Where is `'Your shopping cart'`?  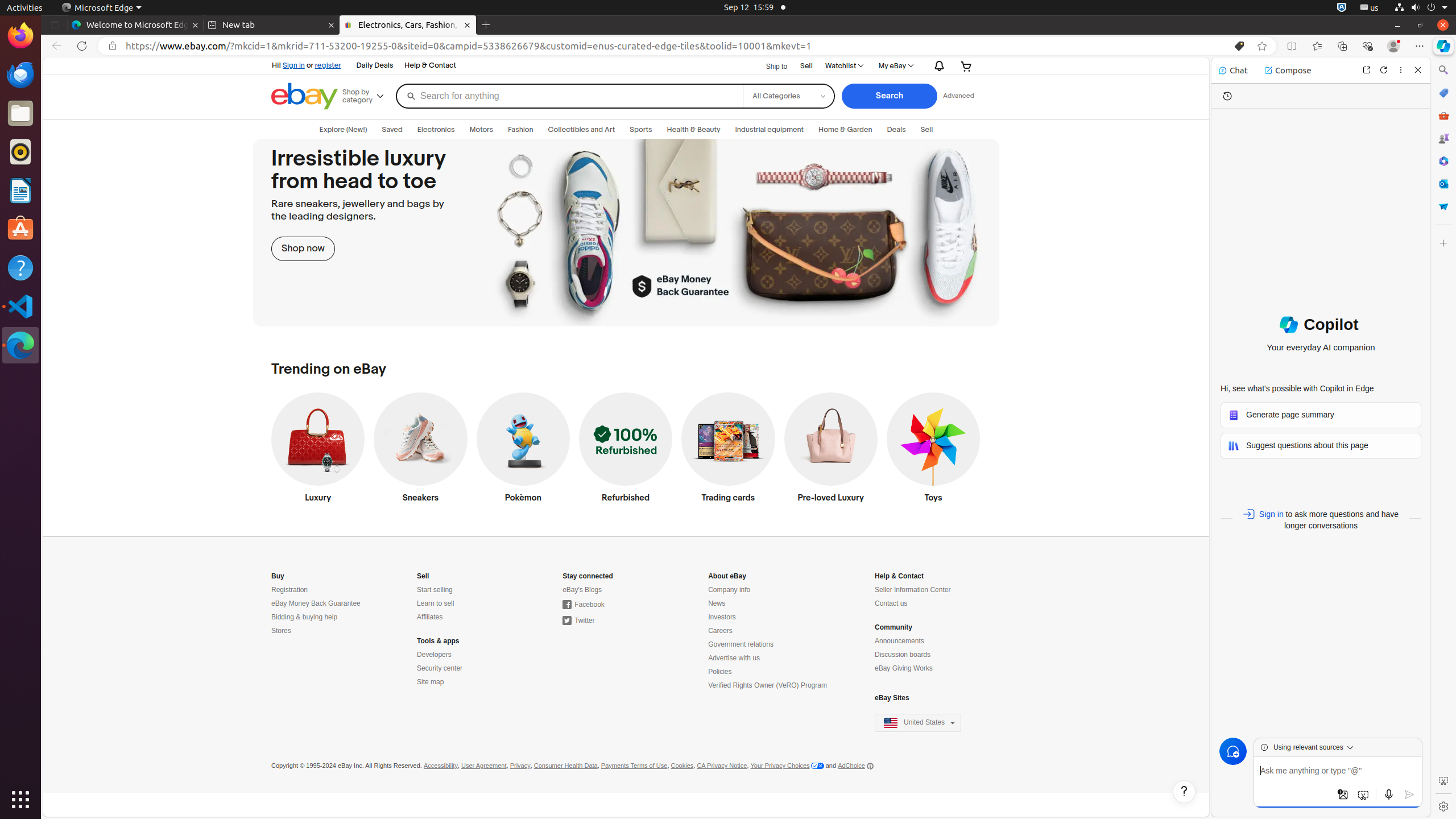 'Your shopping cart' is located at coordinates (966, 65).